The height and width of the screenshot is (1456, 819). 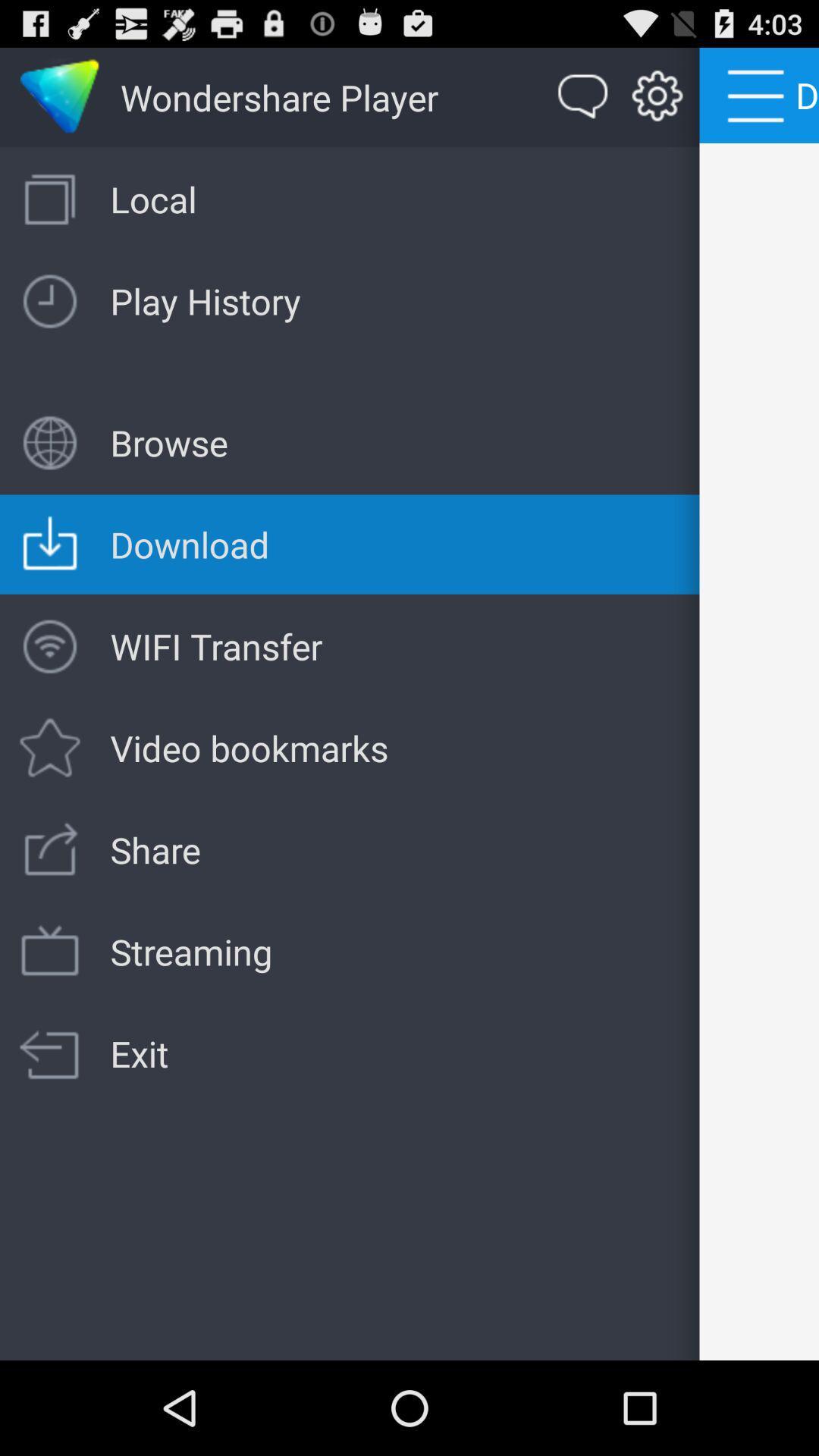 What do you see at coordinates (657, 96) in the screenshot?
I see `the second icon next to wondershare player` at bounding box center [657, 96].